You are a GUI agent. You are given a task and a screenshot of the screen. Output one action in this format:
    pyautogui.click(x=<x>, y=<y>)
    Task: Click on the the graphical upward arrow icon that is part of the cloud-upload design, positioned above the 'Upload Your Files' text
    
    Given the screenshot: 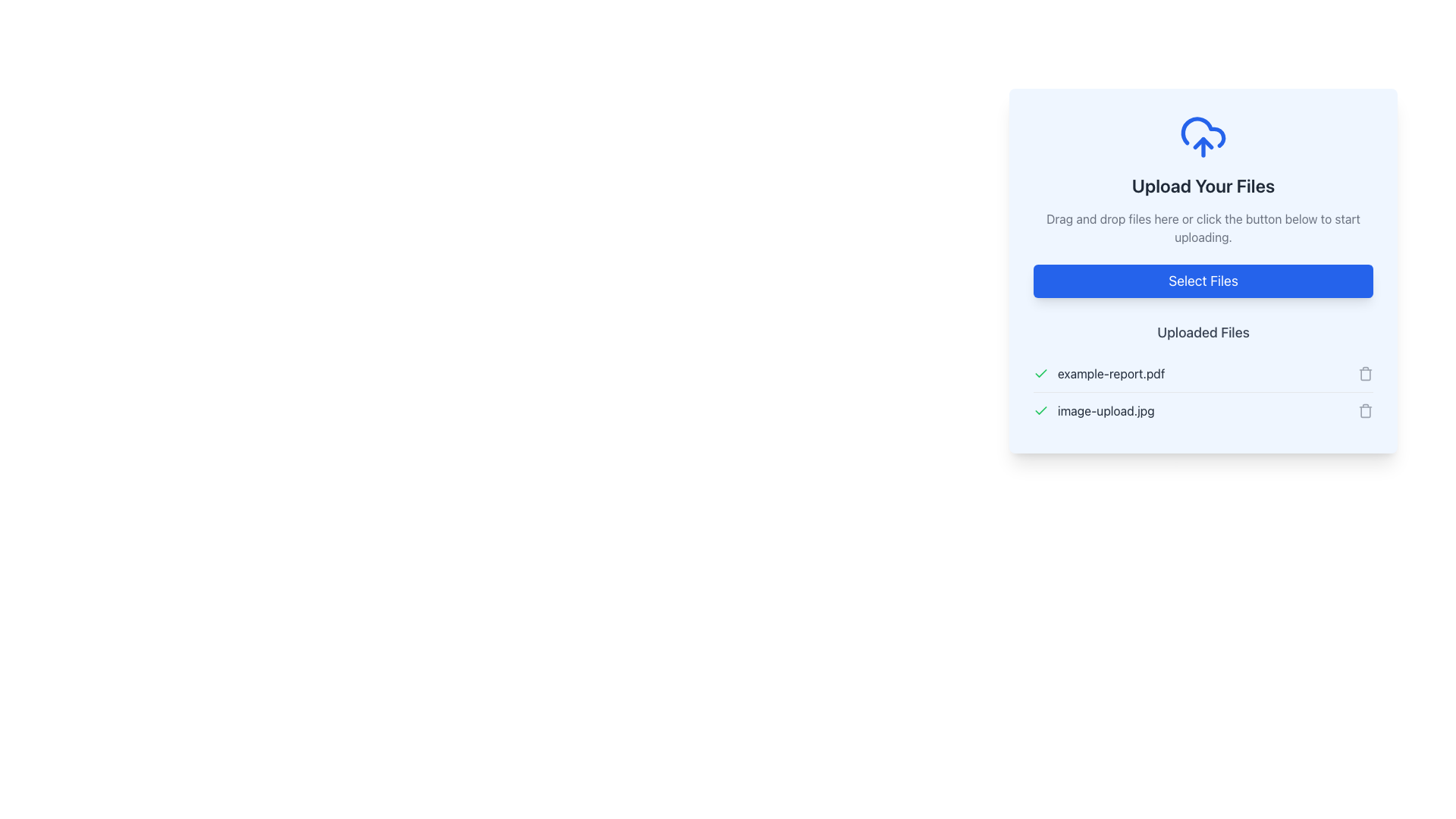 What is the action you would take?
    pyautogui.click(x=1203, y=143)
    